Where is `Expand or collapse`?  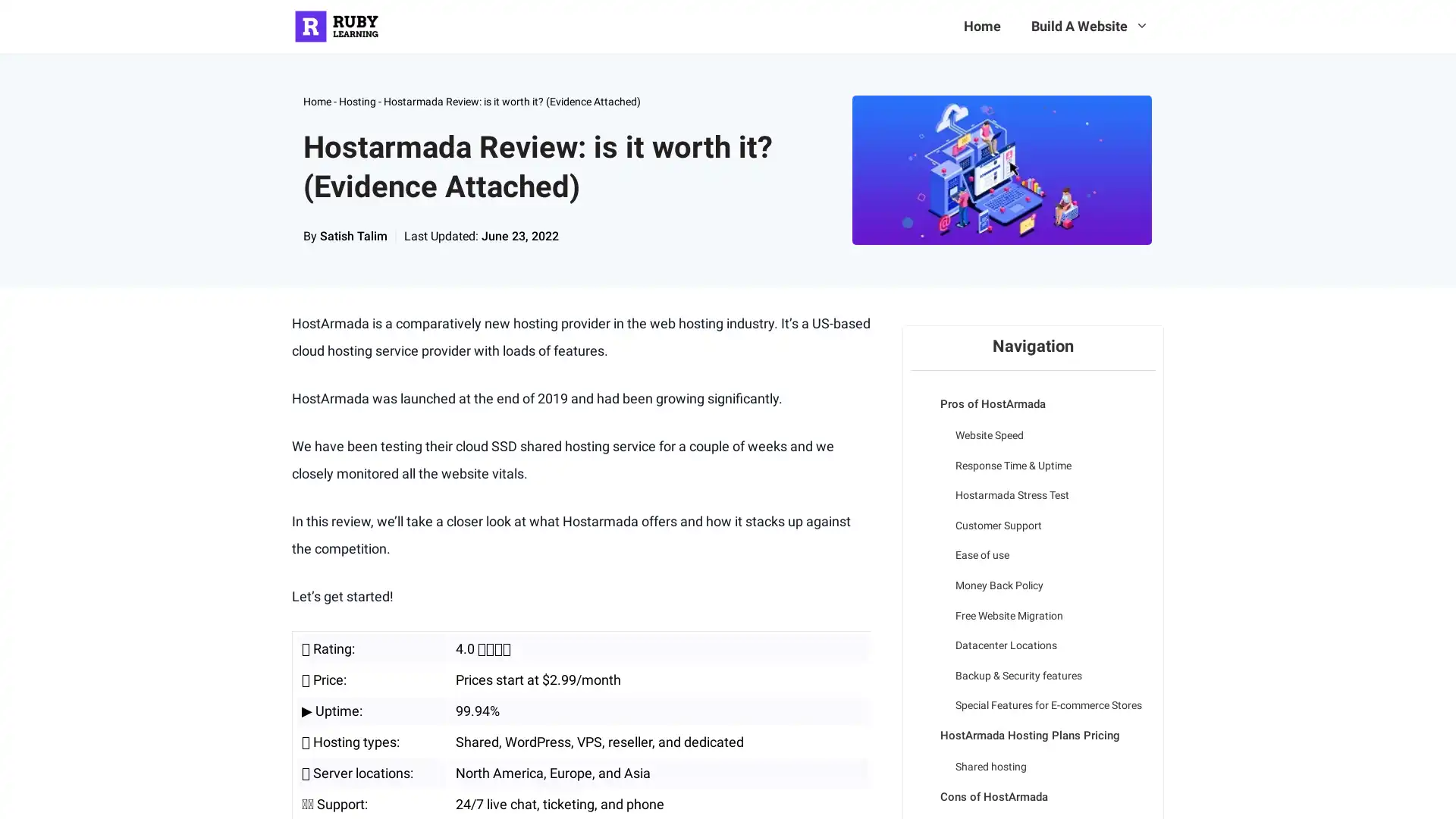 Expand or collapse is located at coordinates (921, 785).